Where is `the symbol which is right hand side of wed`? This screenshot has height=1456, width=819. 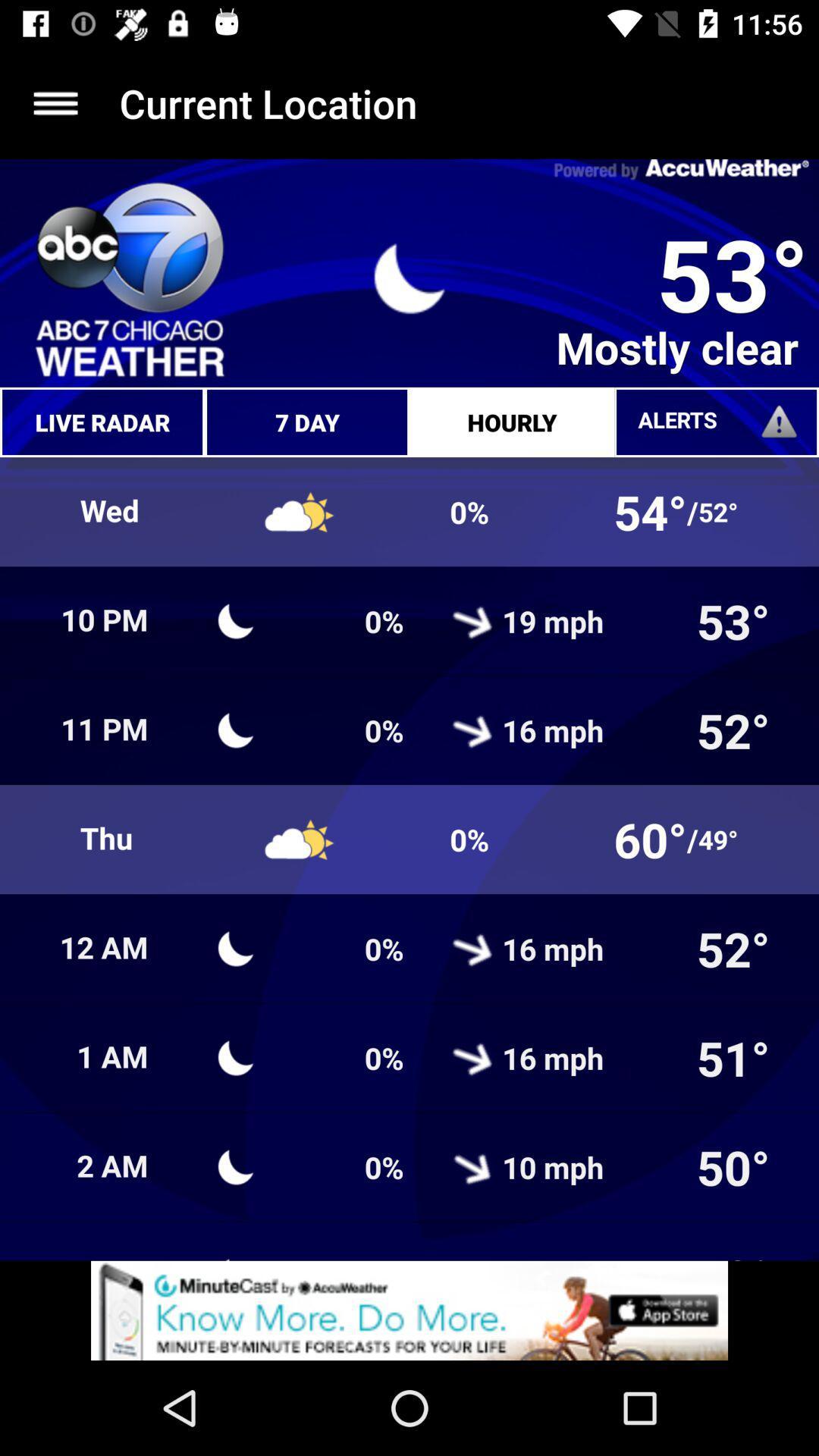
the symbol which is right hand side of wed is located at coordinates (299, 512).